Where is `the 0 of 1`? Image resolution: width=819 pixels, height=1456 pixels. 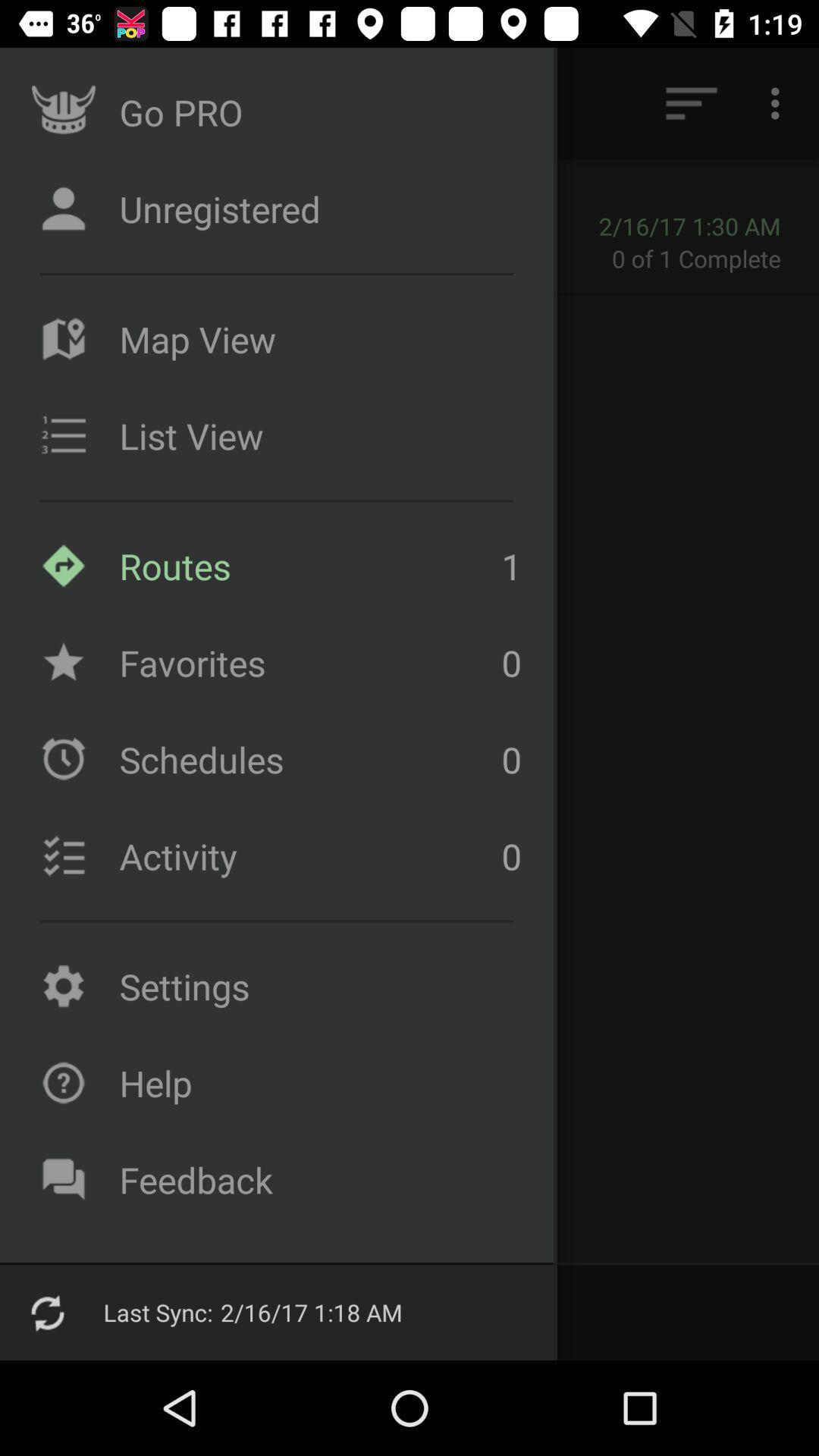 the 0 of 1 is located at coordinates (706, 258).